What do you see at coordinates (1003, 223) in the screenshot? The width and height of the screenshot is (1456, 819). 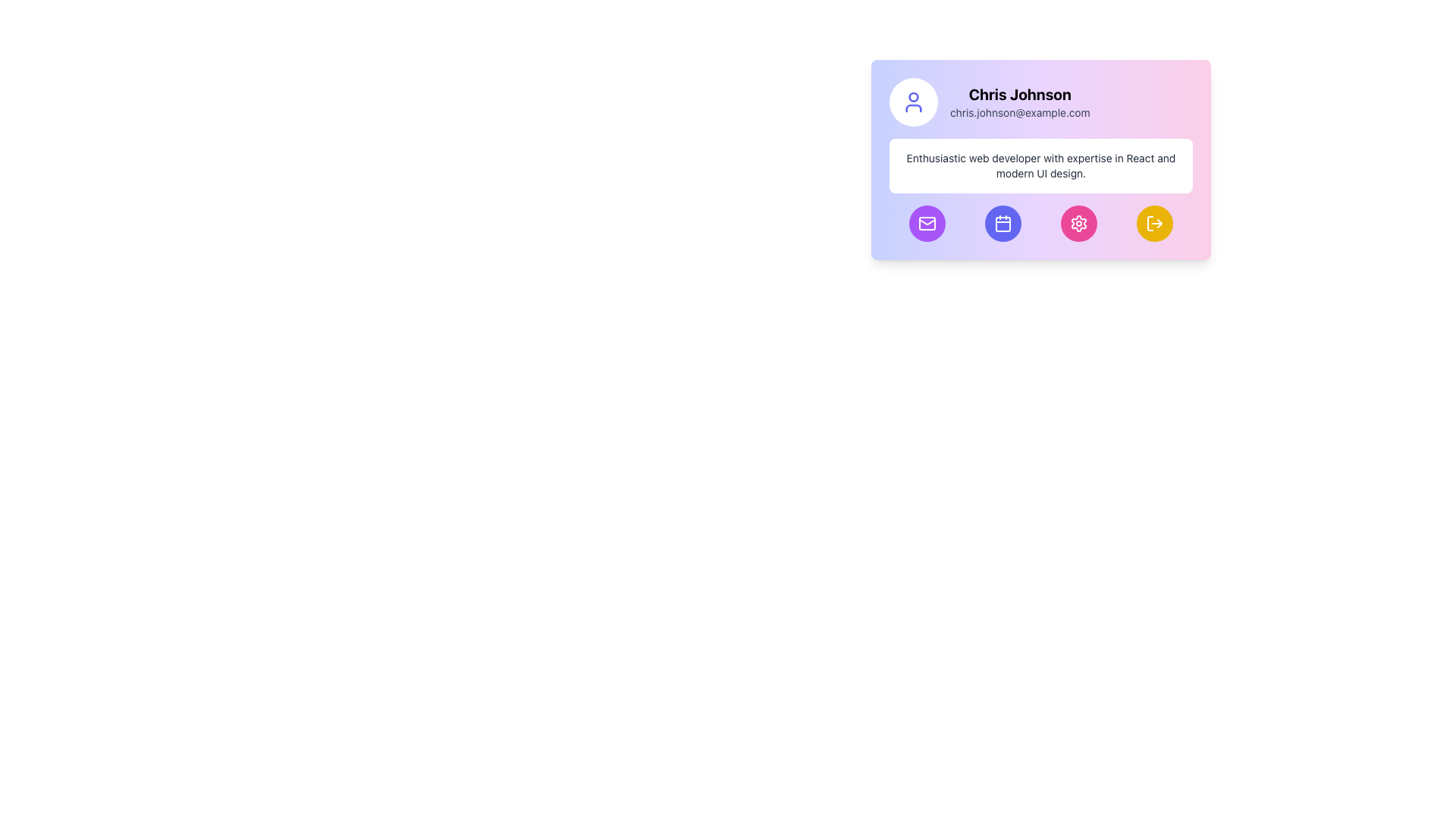 I see `the circular indigo button with a white calendar icon located between the purple mail icon button and the pink settings icon button` at bounding box center [1003, 223].